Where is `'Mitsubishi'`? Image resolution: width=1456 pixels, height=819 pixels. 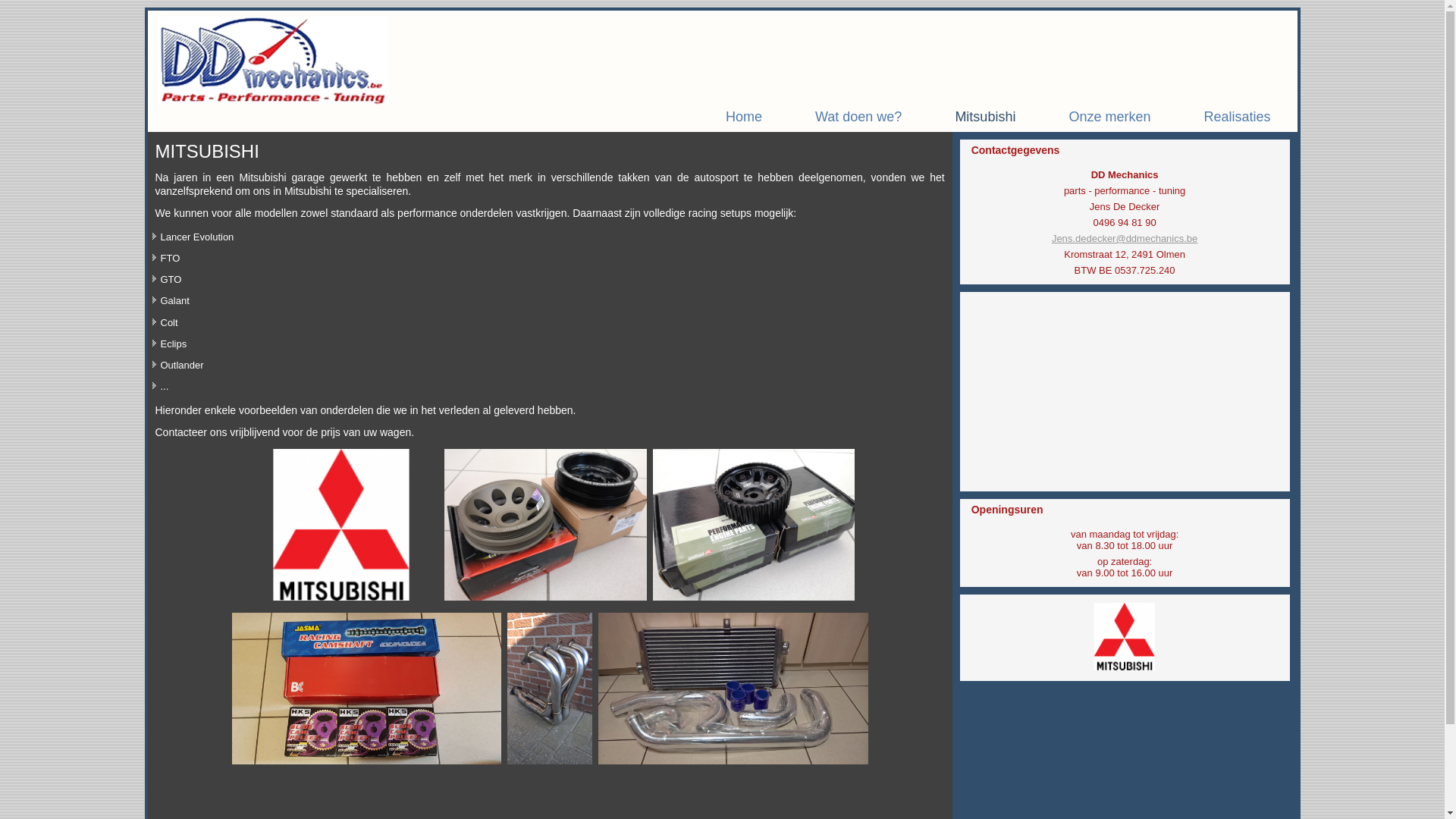 'Mitsubishi' is located at coordinates (927, 116).